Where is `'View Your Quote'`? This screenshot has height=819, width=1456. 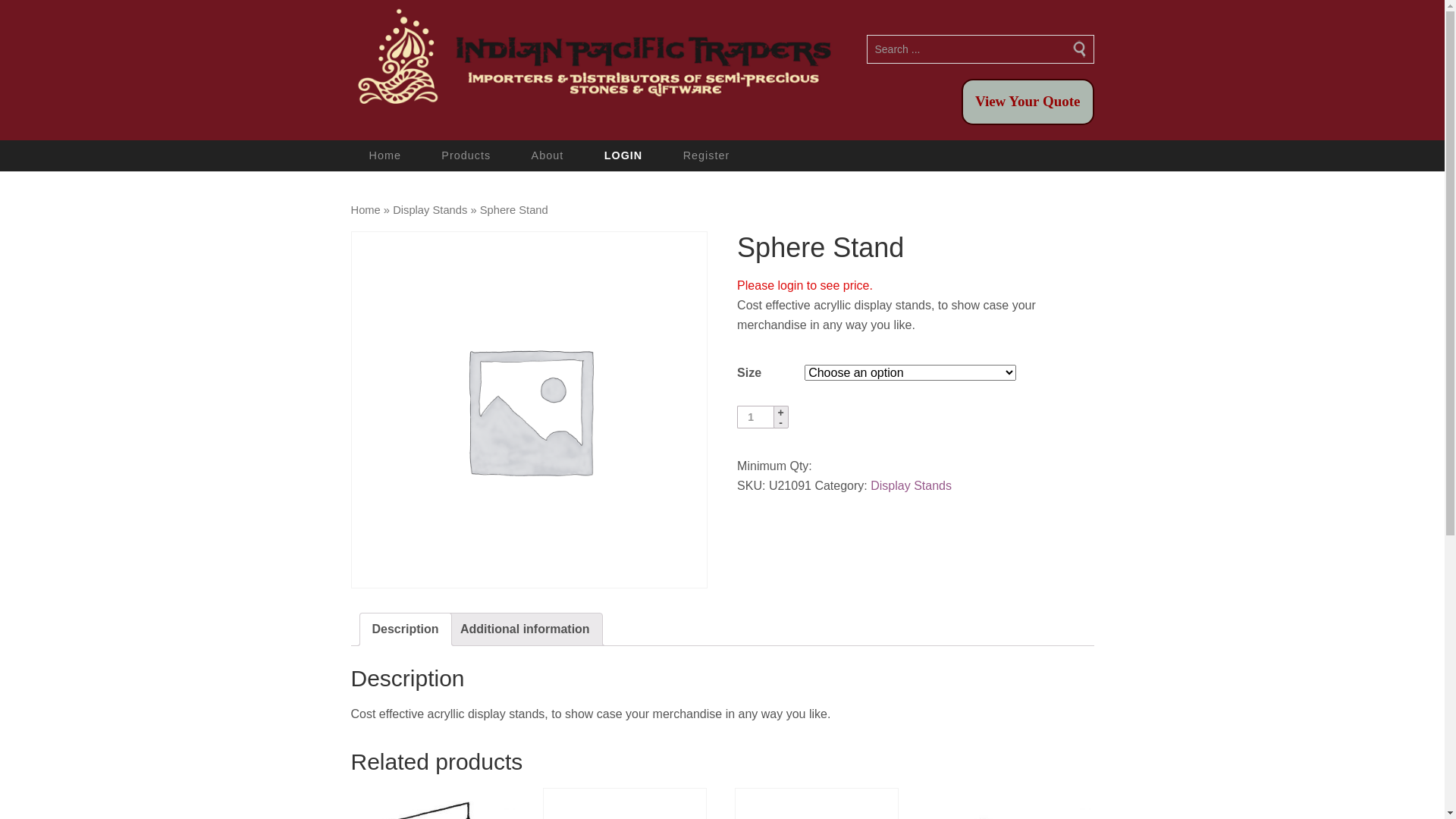 'View Your Quote' is located at coordinates (1028, 102).